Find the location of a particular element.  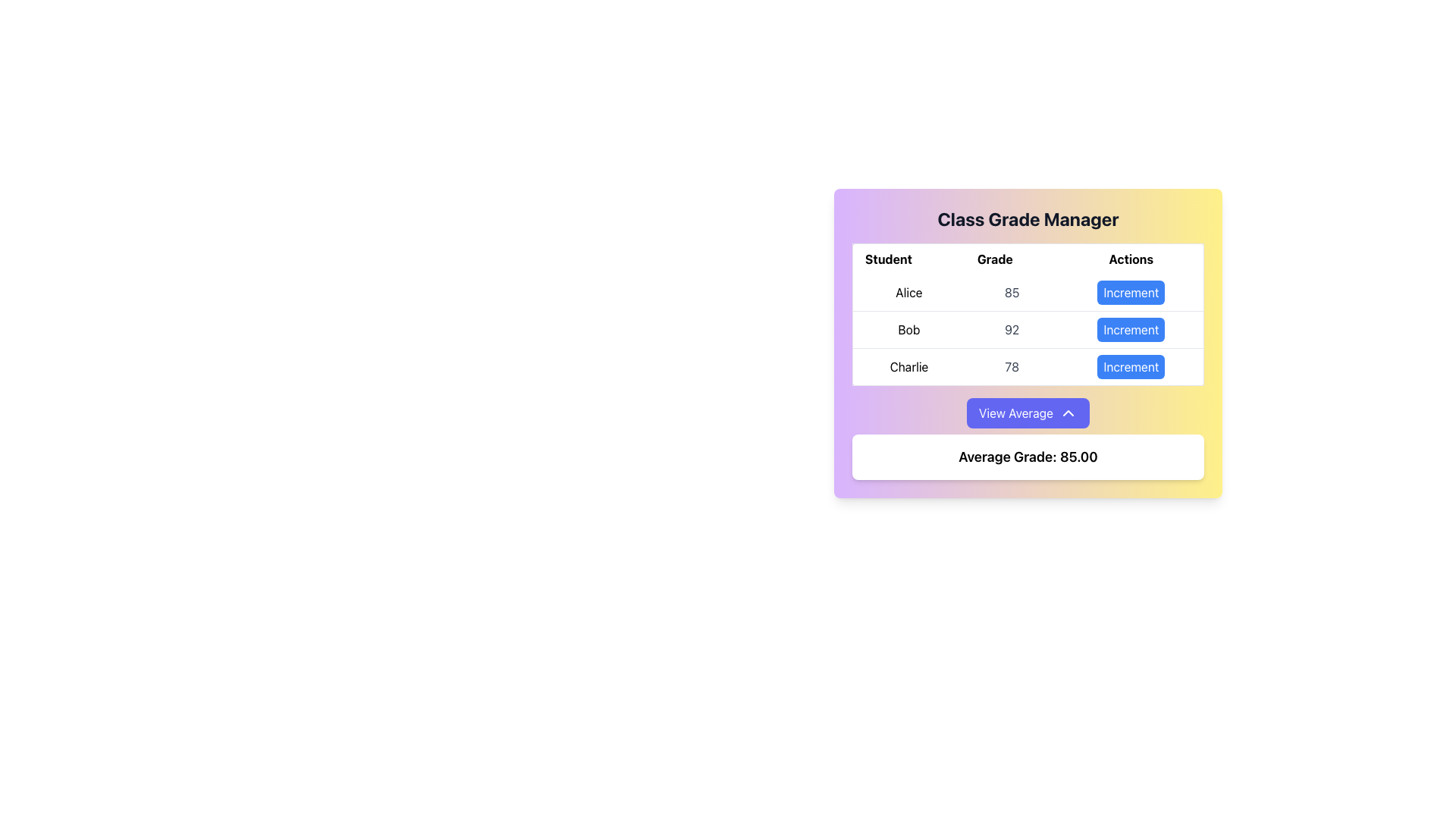

the Text Label displaying 'Average Grade: 85.00', which is located within a white rounded rectangle at the bottom of the 'Class Grade Manager' interface is located at coordinates (1028, 456).